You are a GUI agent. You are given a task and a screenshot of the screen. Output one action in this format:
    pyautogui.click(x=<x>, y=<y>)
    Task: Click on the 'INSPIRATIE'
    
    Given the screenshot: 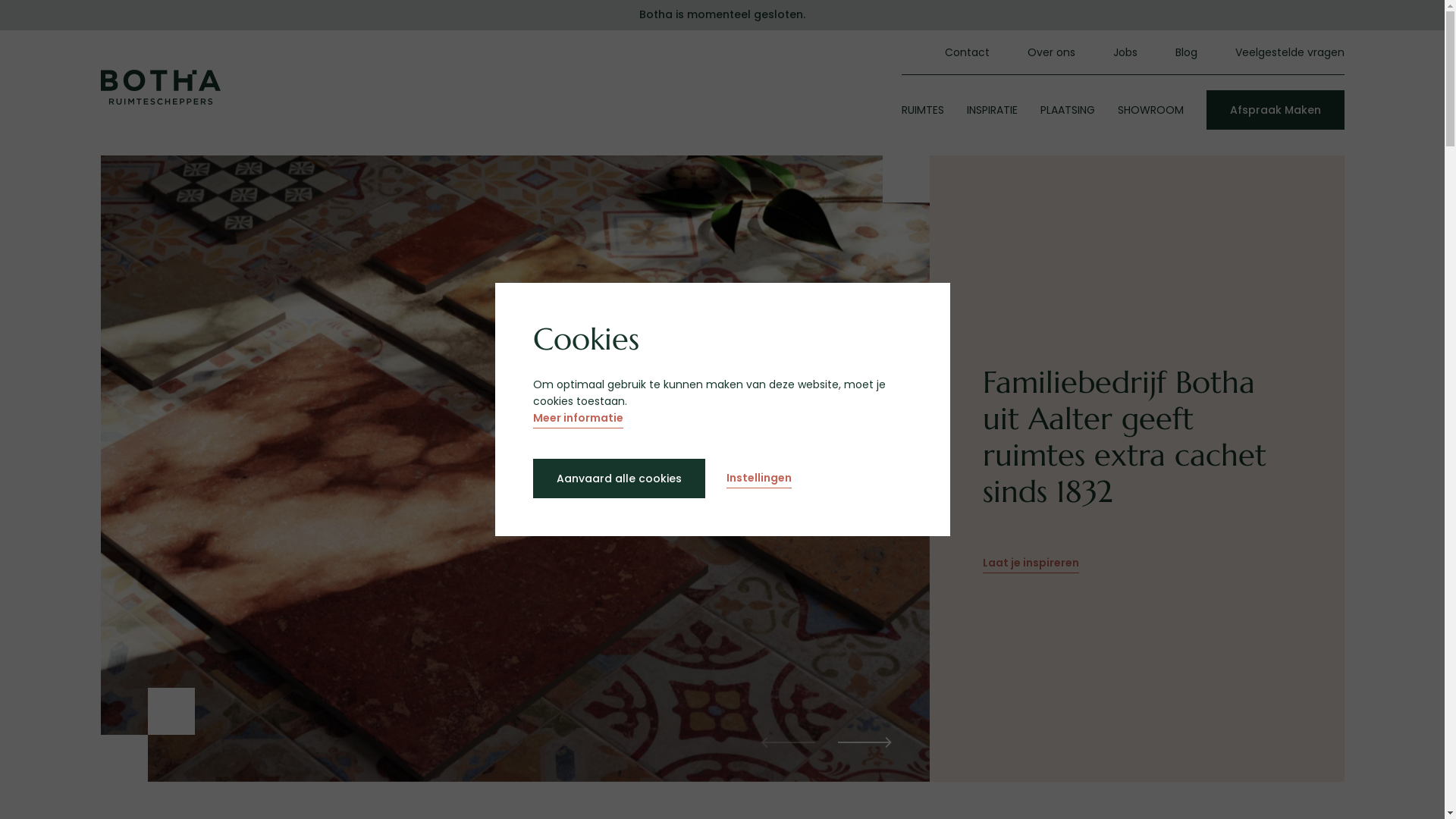 What is the action you would take?
    pyautogui.click(x=965, y=109)
    